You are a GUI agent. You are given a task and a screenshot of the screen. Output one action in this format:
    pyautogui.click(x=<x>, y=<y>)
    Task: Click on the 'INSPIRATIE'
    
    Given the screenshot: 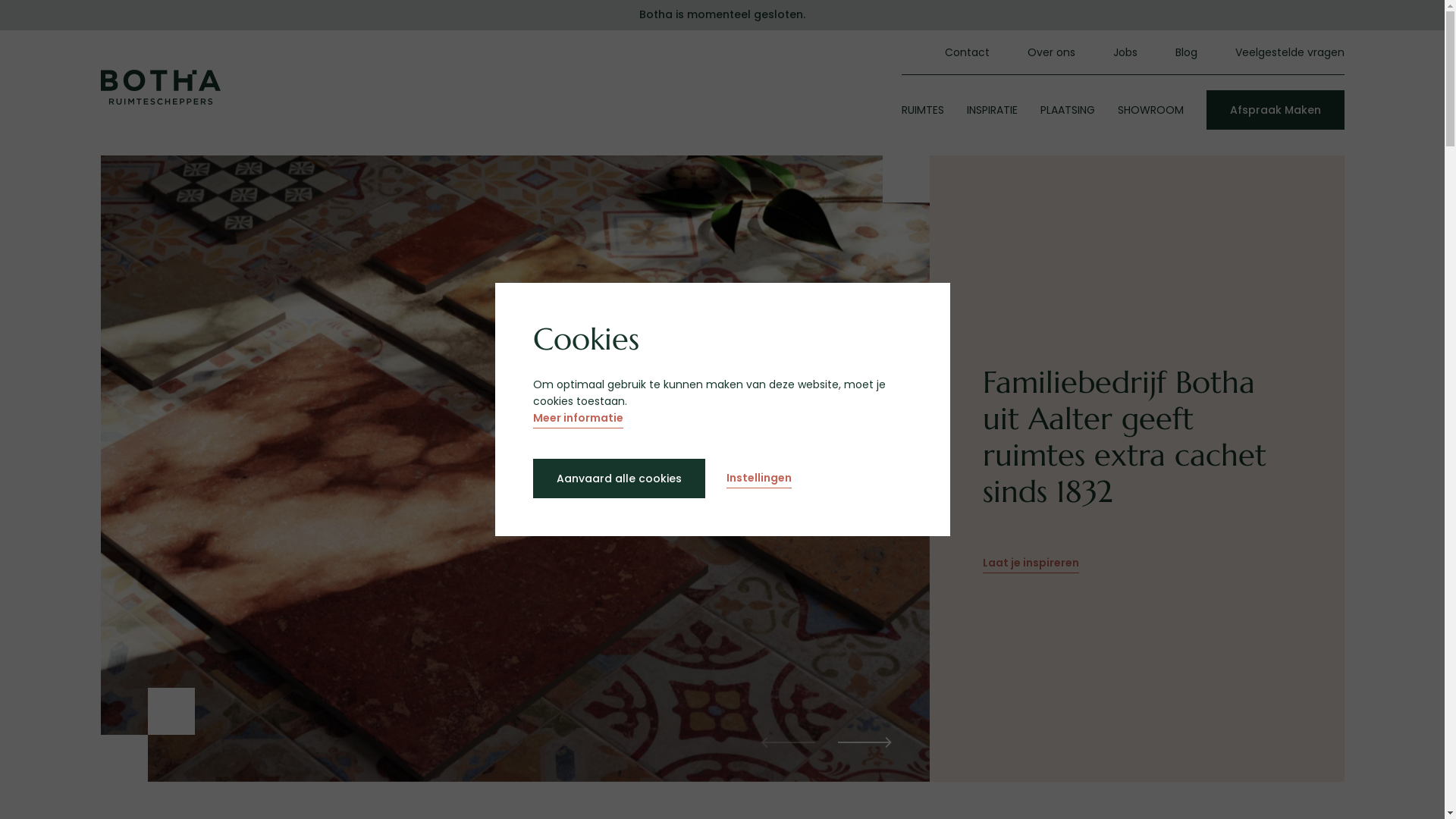 What is the action you would take?
    pyautogui.click(x=965, y=109)
    